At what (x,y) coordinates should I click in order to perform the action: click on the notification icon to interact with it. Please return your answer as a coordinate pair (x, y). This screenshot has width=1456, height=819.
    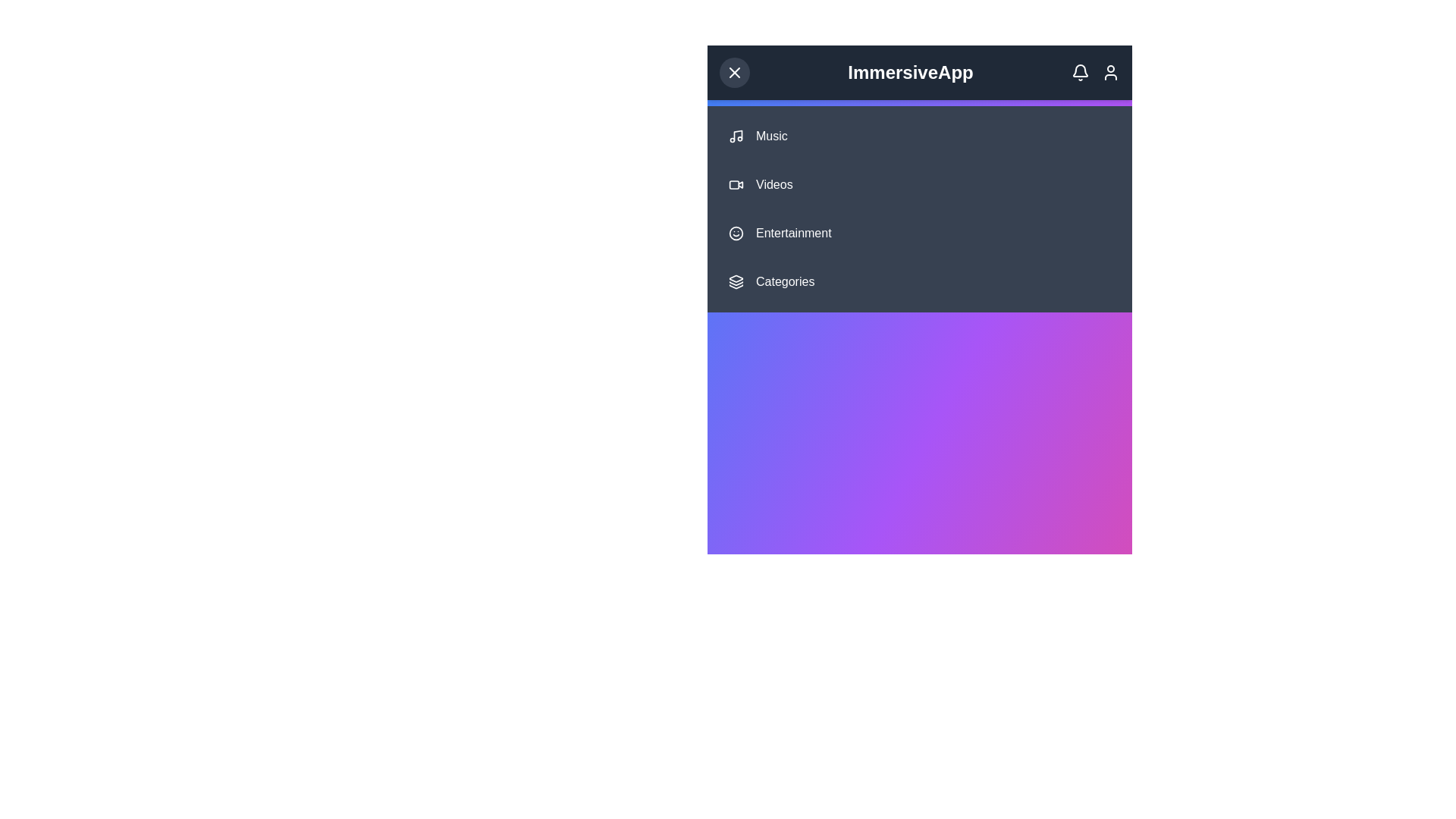
    Looking at the image, I should click on (1080, 73).